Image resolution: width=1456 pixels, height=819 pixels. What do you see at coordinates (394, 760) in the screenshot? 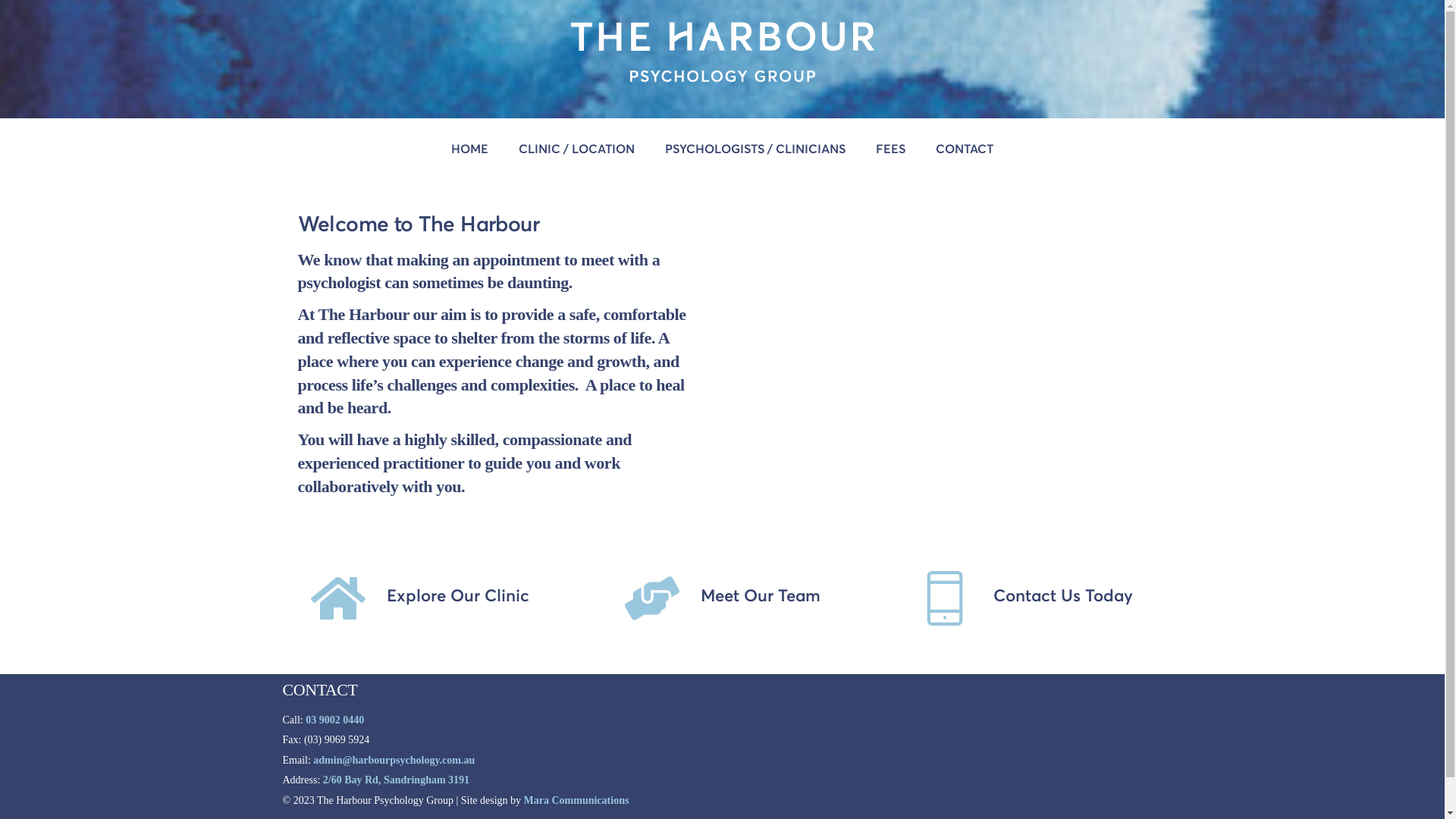
I see `'admin@harbourpsychology.com.au'` at bounding box center [394, 760].